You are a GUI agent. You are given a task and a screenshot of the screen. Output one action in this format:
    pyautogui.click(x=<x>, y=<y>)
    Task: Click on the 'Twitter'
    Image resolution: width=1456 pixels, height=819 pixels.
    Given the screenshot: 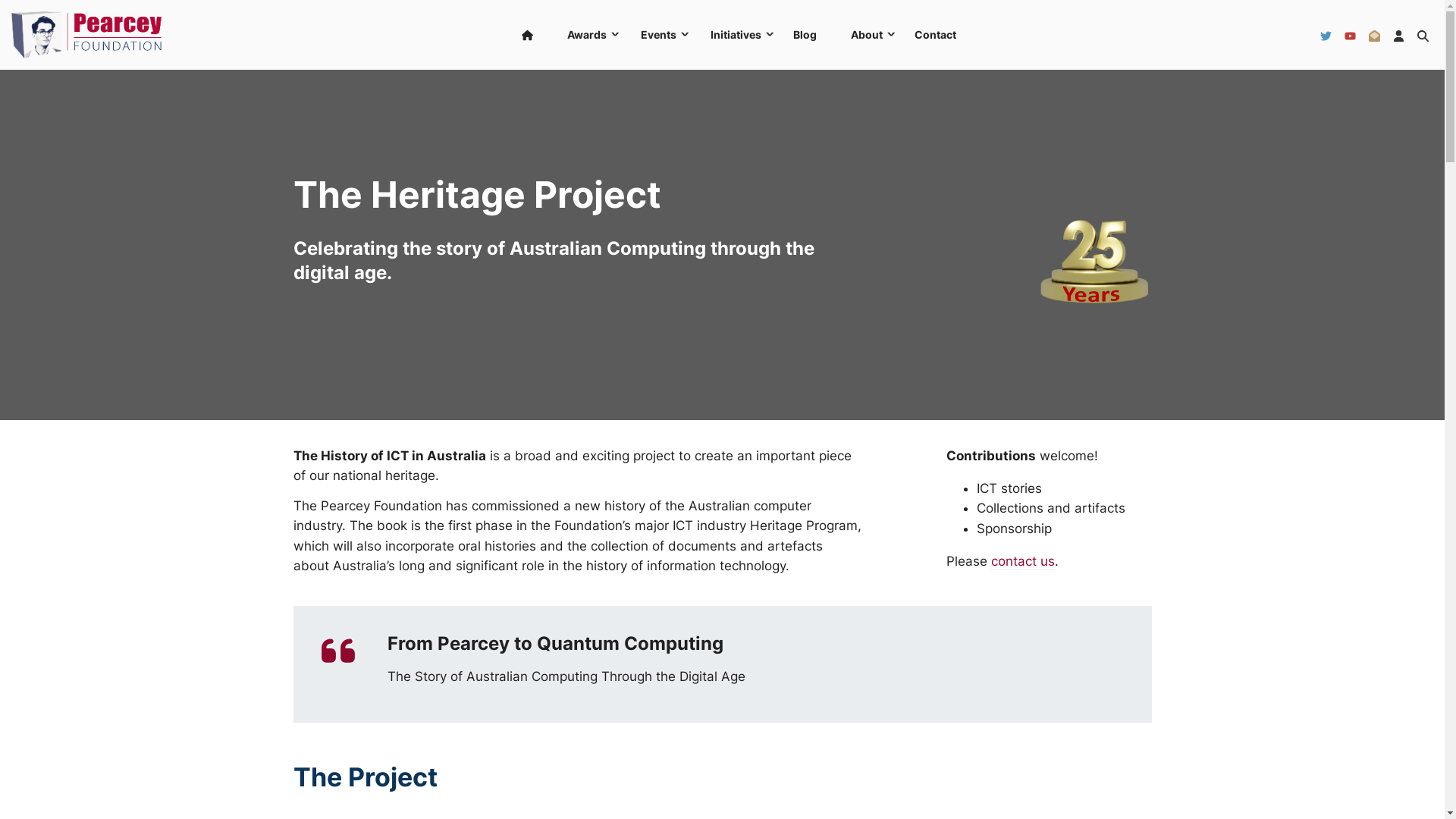 What is the action you would take?
    pyautogui.click(x=1325, y=34)
    